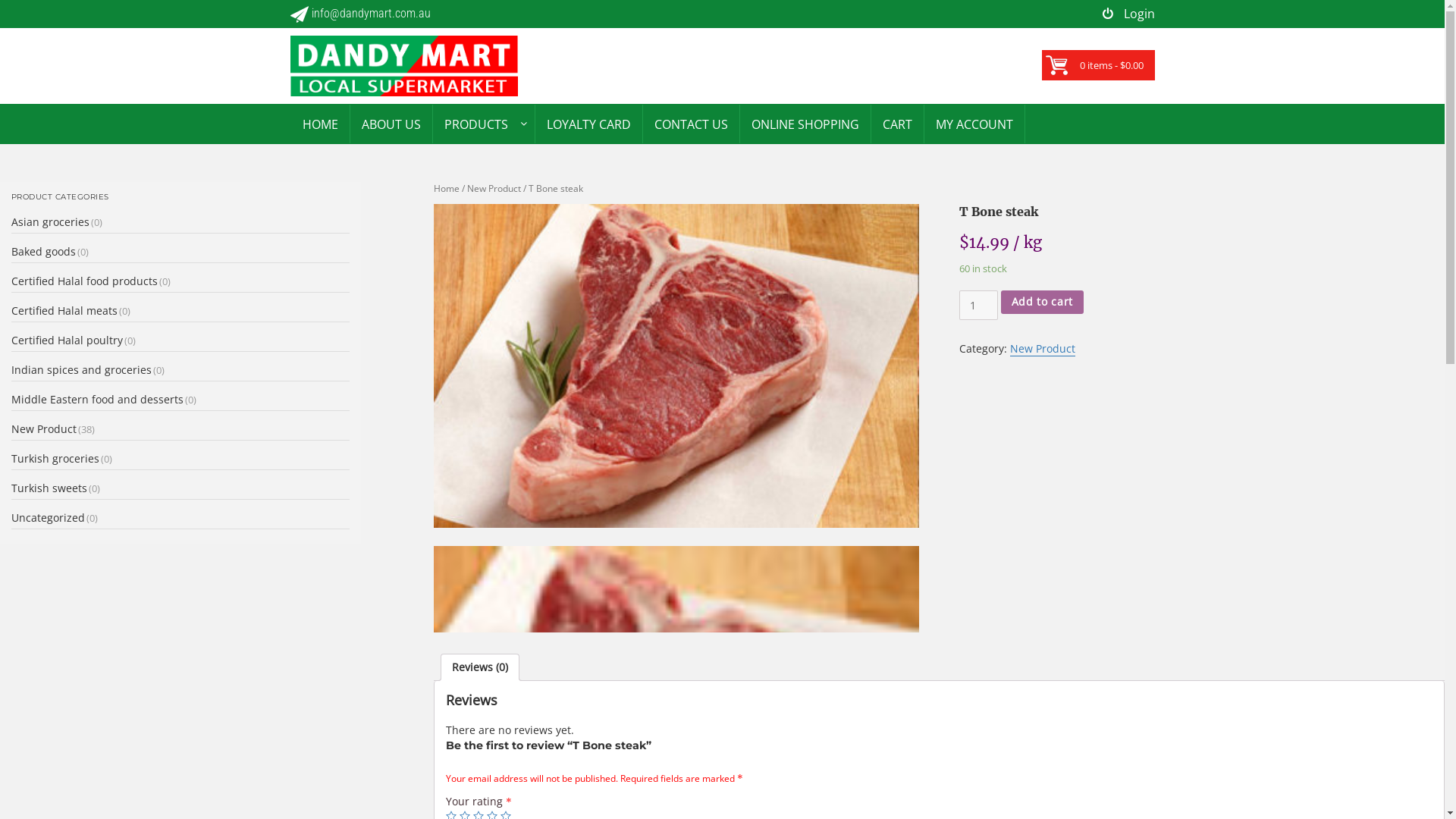 Image resolution: width=1456 pixels, height=819 pixels. I want to click on 'Certified Halal food products', so click(83, 281).